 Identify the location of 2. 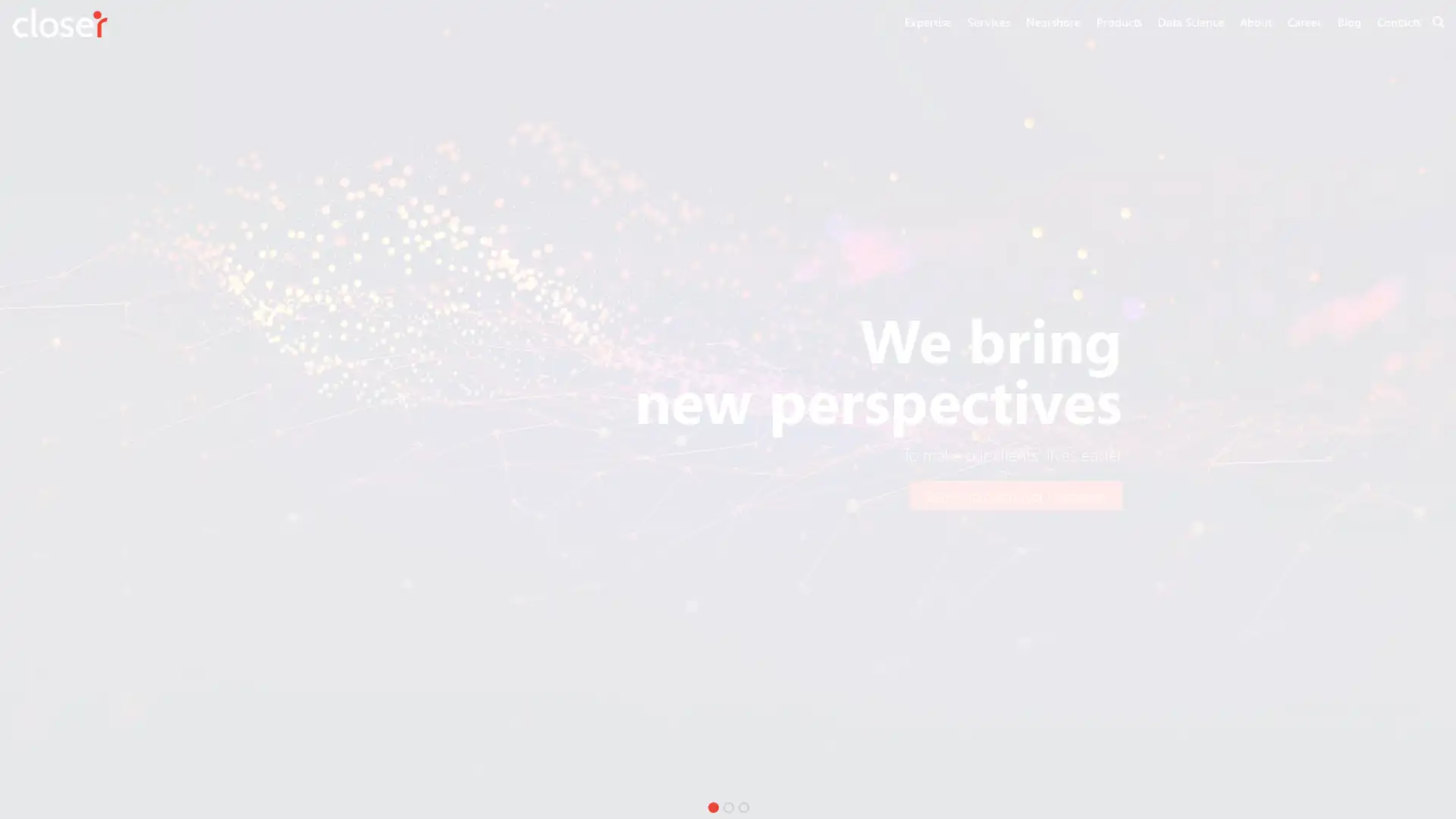
(728, 806).